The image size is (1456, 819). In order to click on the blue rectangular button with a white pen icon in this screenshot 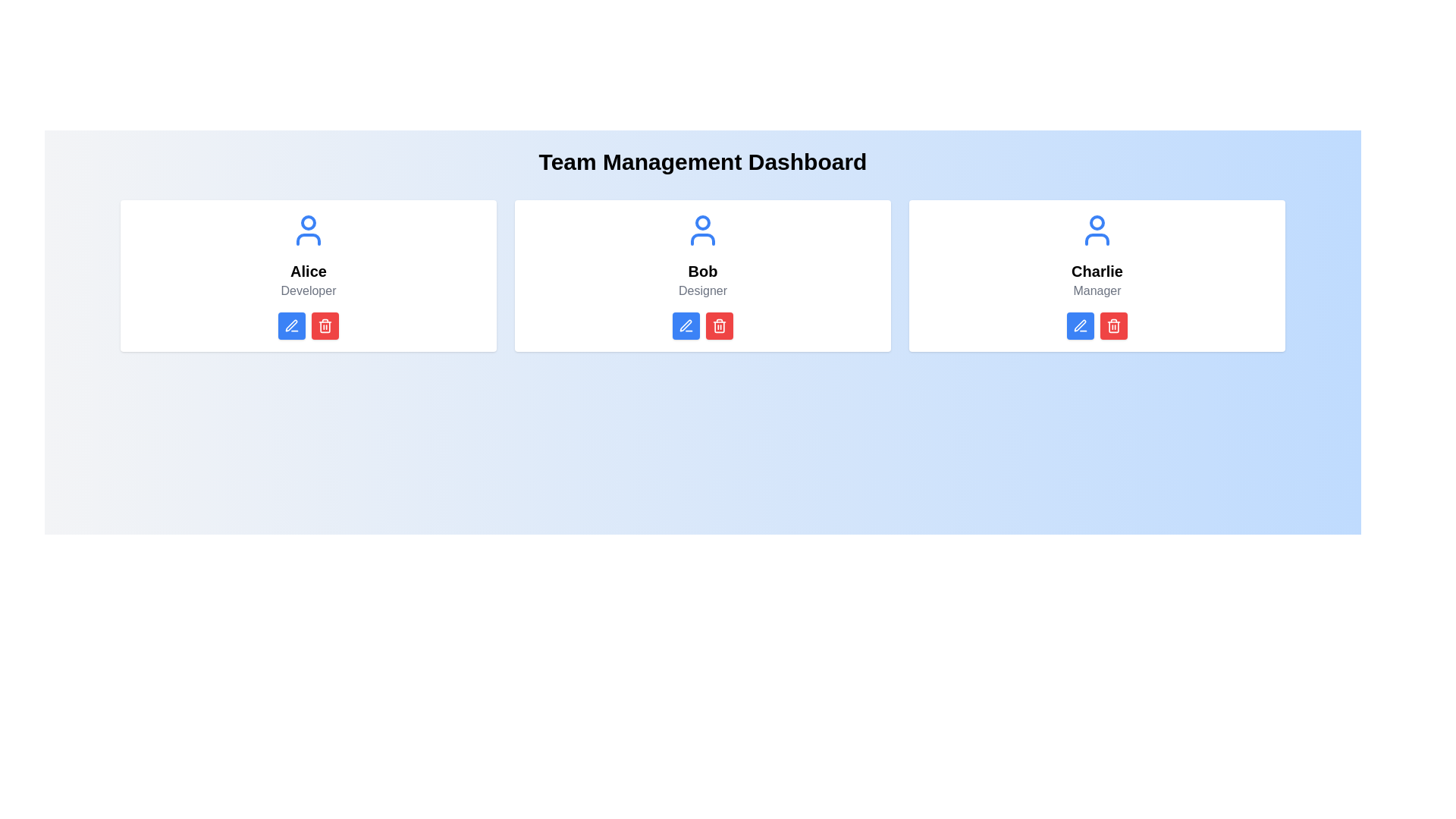, I will do `click(1080, 325)`.